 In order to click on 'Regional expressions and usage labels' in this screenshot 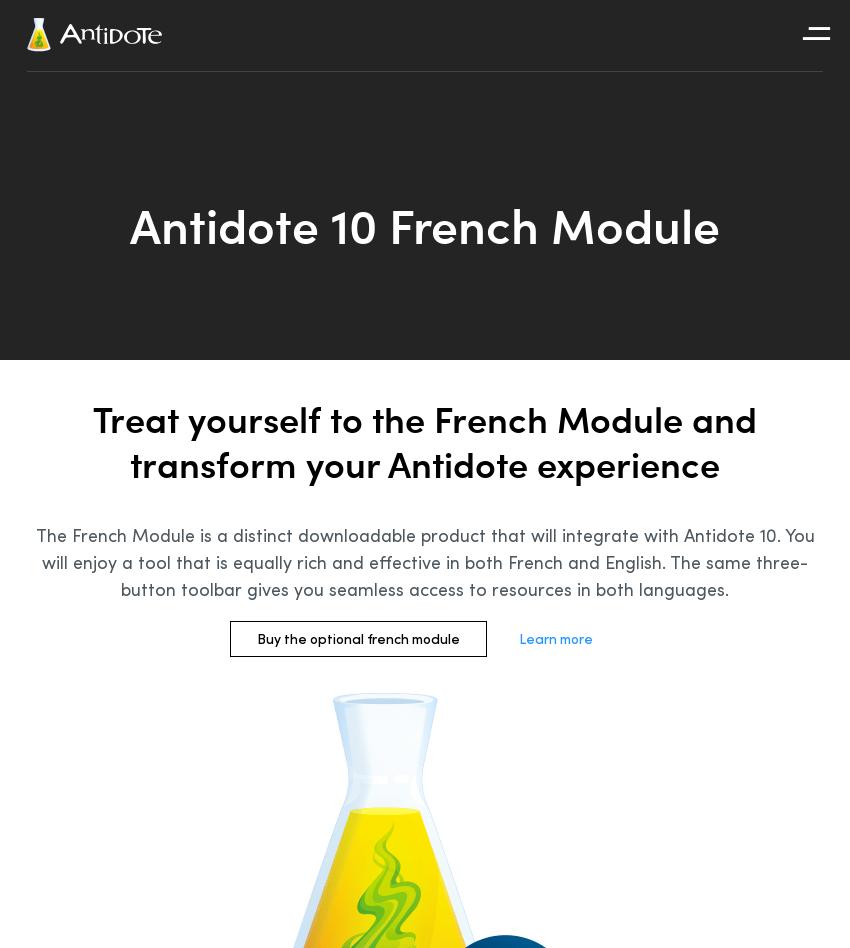, I will do `click(453, 534)`.